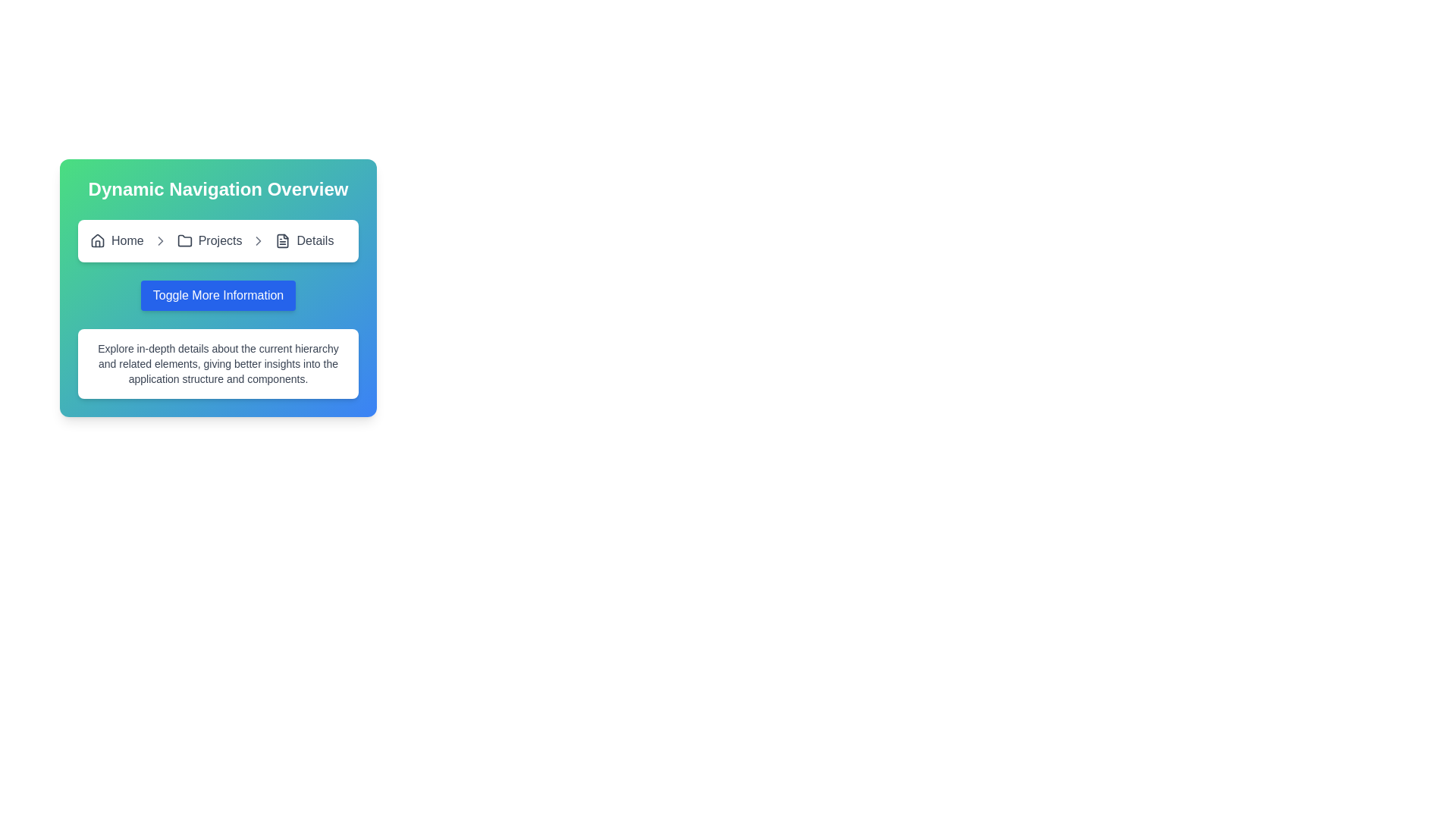 The height and width of the screenshot is (819, 1456). What do you see at coordinates (283, 240) in the screenshot?
I see `the 'Details' icon in the breadcrumb navigation bar, which is the third element and aids in identifying the context of the section` at bounding box center [283, 240].